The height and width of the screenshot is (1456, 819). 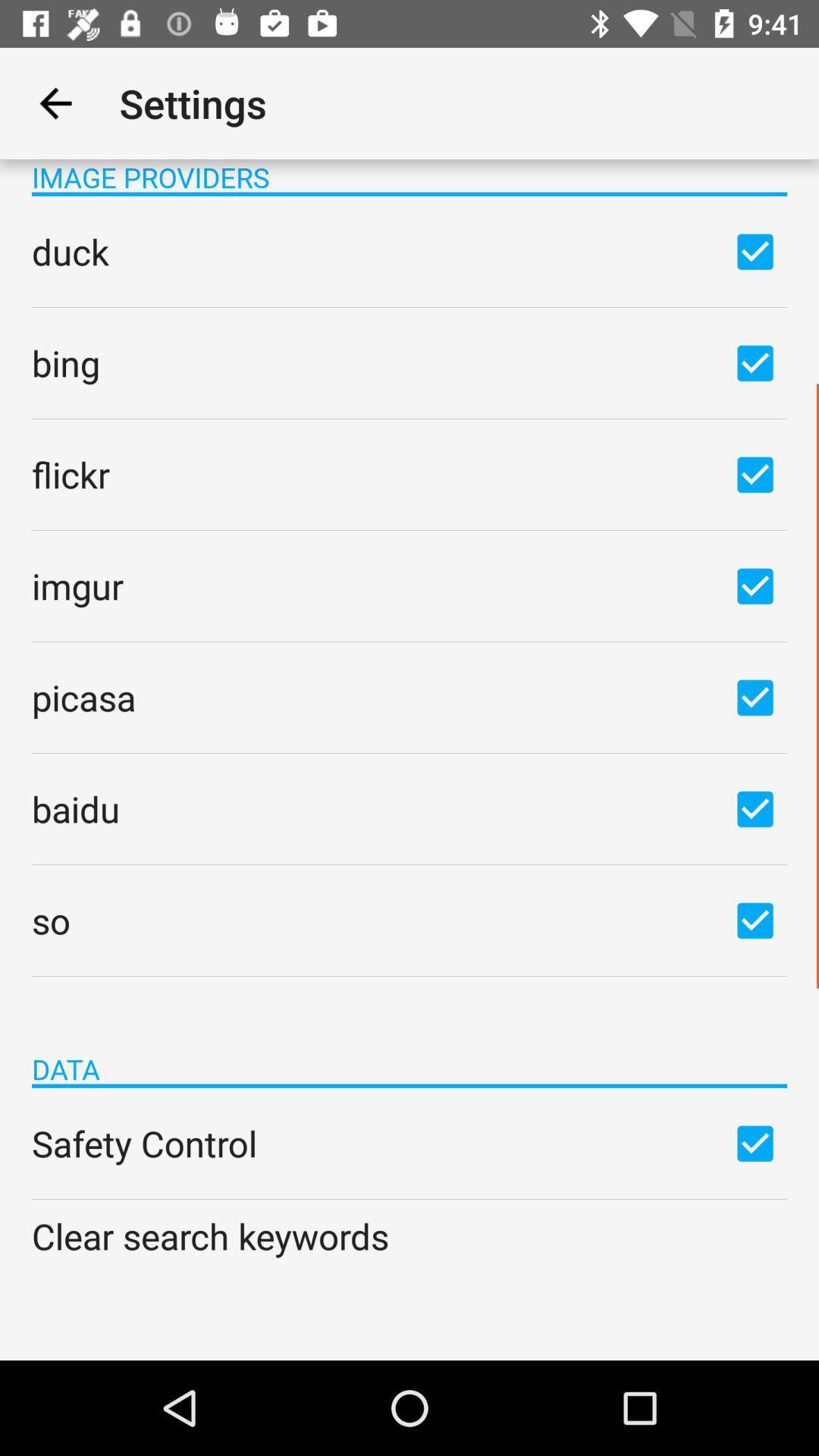 What do you see at coordinates (755, 251) in the screenshot?
I see `duck option checkbox` at bounding box center [755, 251].